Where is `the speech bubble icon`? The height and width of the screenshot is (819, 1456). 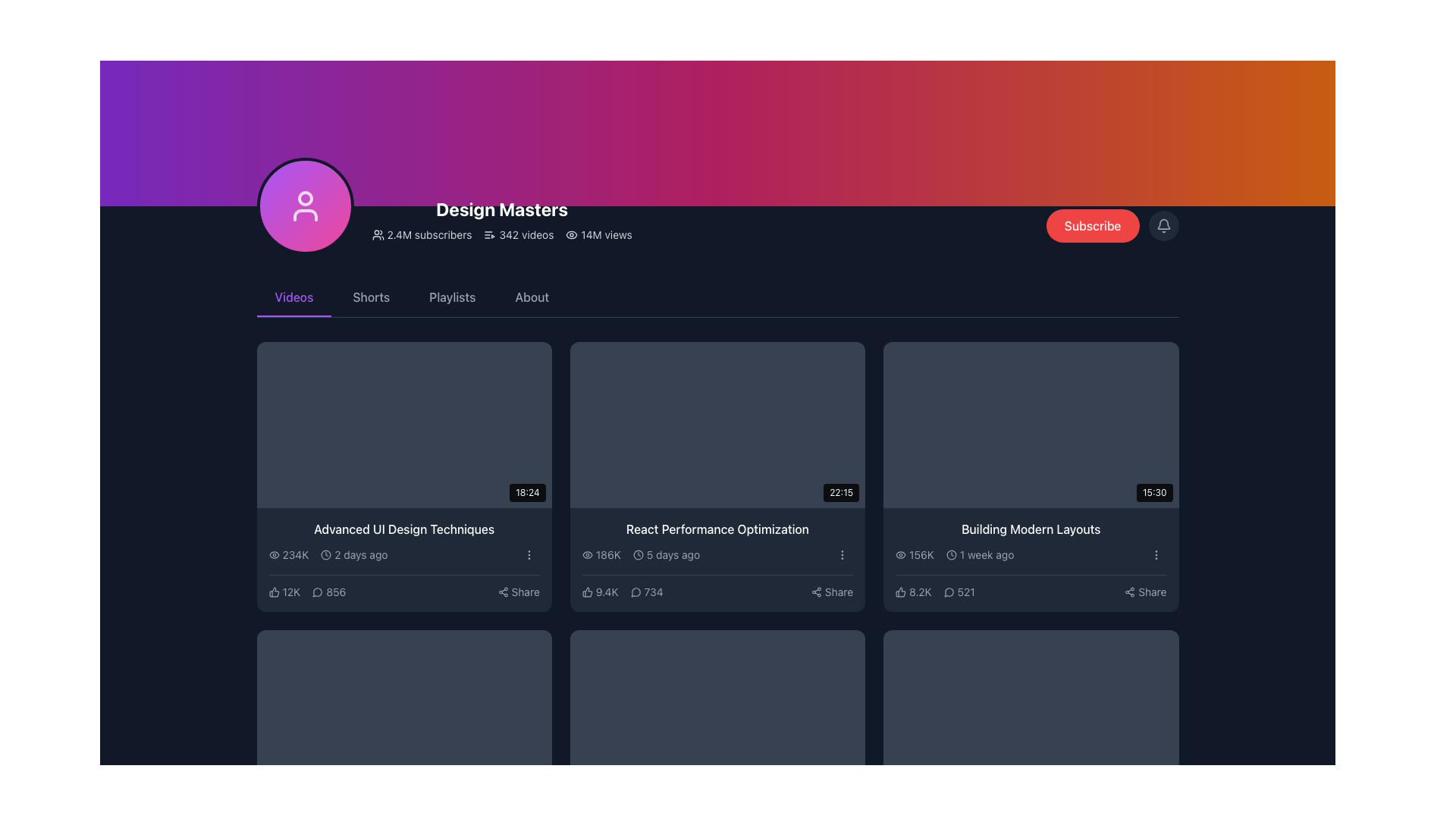
the speech bubble icon is located at coordinates (635, 591).